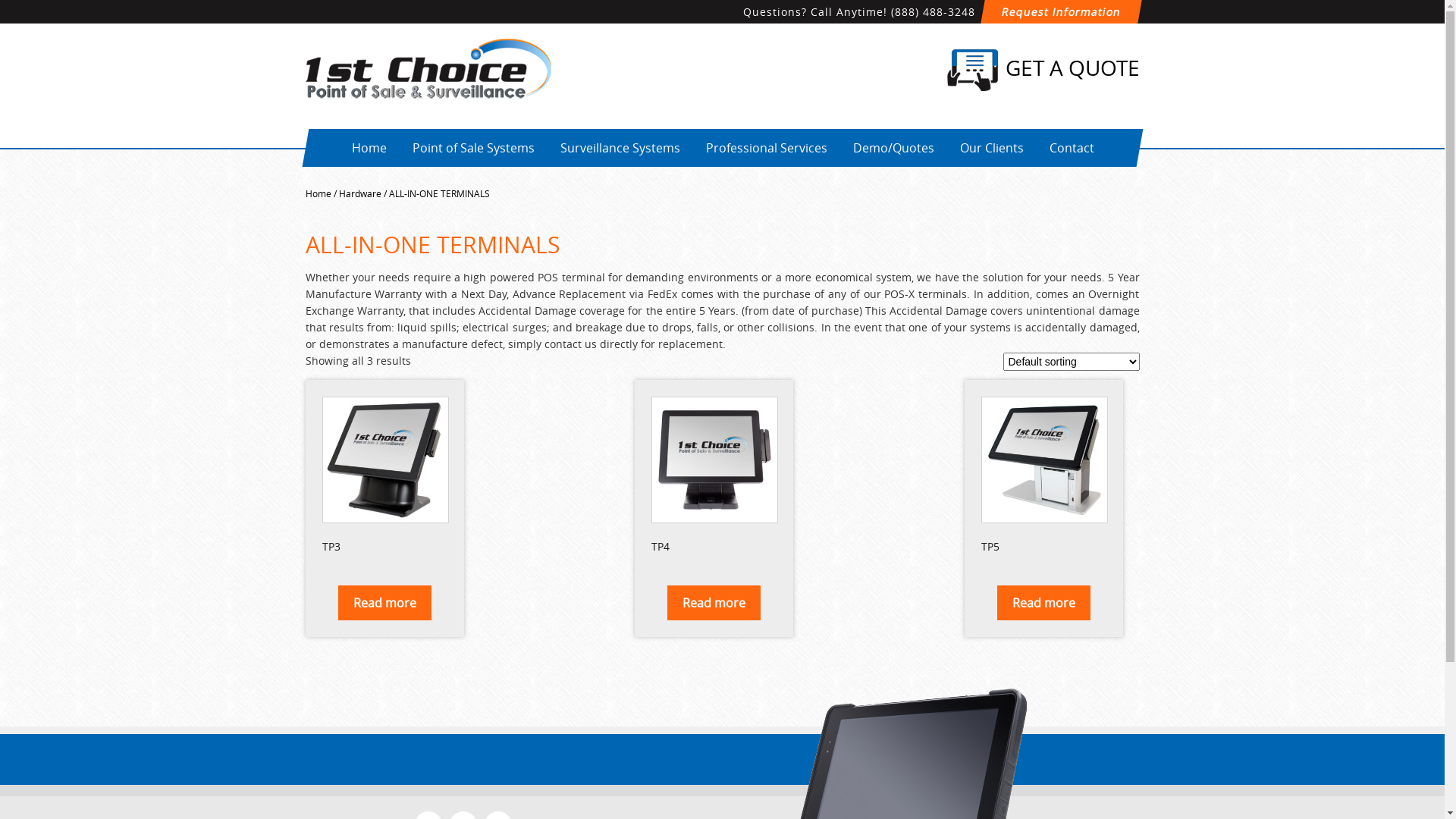 Image resolution: width=1456 pixels, height=819 pixels. Describe the element at coordinates (619, 148) in the screenshot. I see `'Surveillance Systems'` at that location.